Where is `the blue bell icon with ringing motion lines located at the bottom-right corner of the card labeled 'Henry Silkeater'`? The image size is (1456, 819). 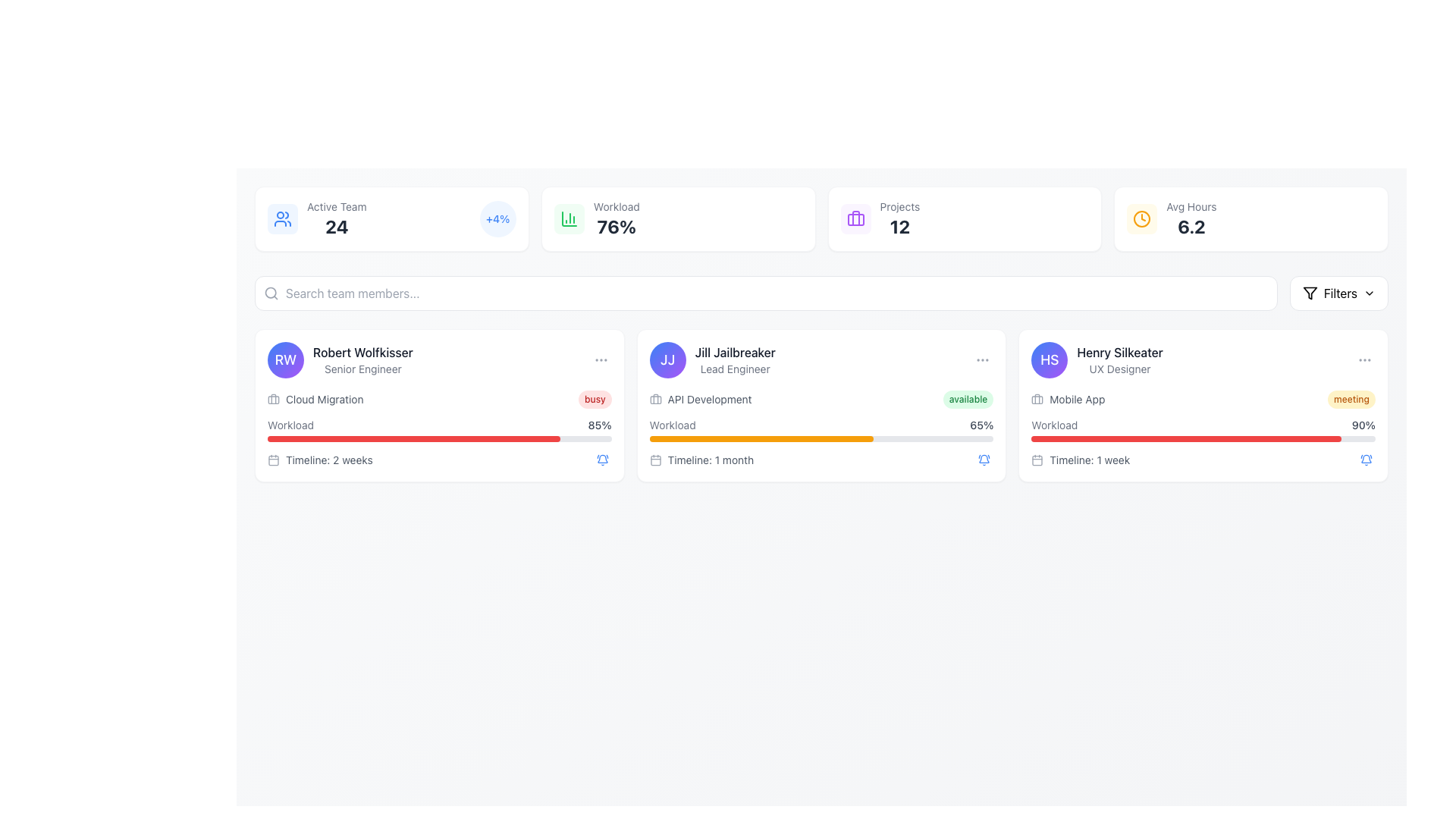 the blue bell icon with ringing motion lines located at the bottom-right corner of the card labeled 'Henry Silkeater' is located at coordinates (984, 459).